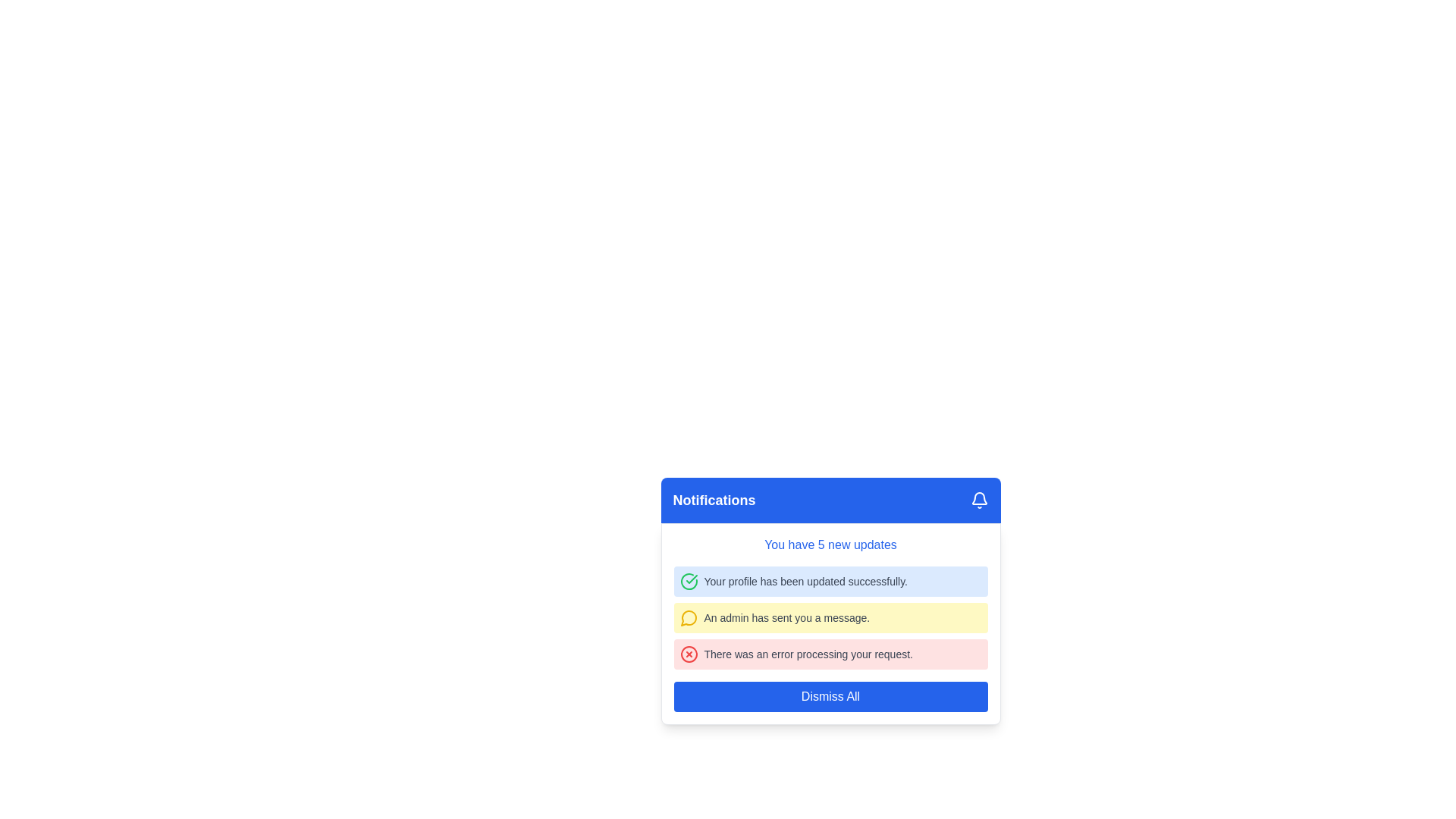  Describe the element at coordinates (830, 581) in the screenshot. I see `the first notification in the notification panel that informs the user their profile has been successfully updated` at that location.